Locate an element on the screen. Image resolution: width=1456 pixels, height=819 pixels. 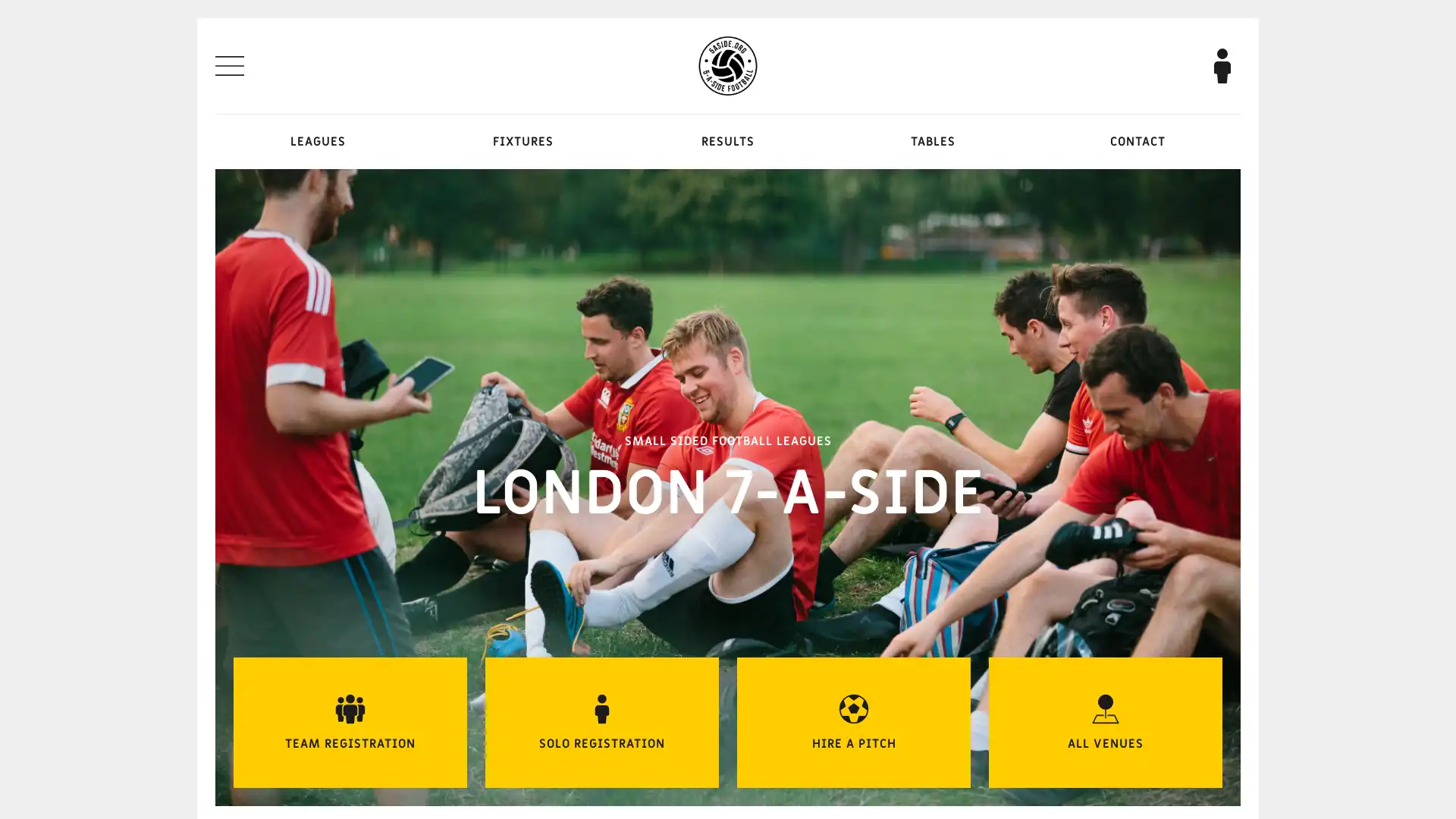
Previous is located at coordinates (202, 488).